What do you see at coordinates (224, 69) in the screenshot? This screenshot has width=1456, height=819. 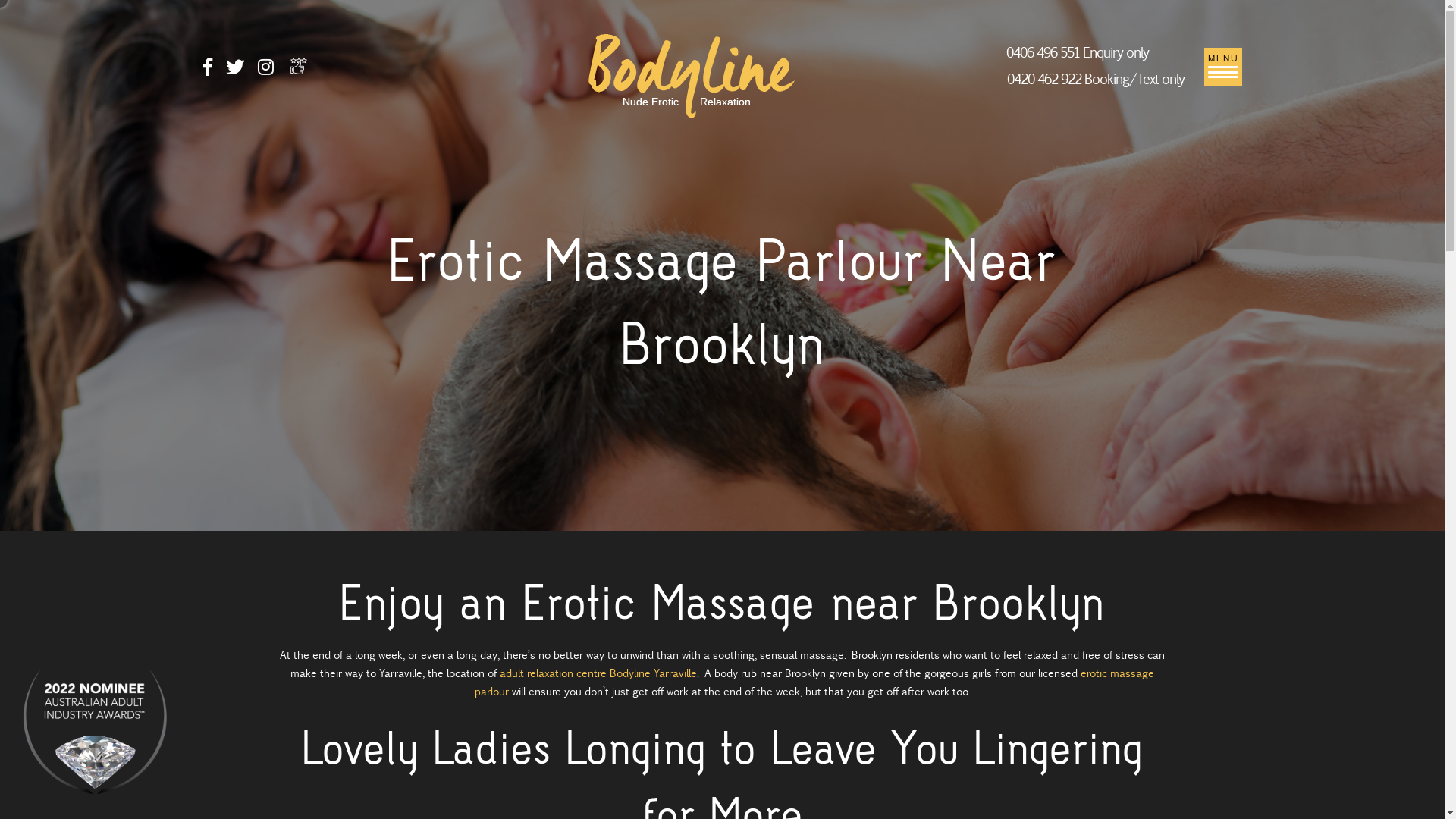 I see `'Twitter'` at bounding box center [224, 69].